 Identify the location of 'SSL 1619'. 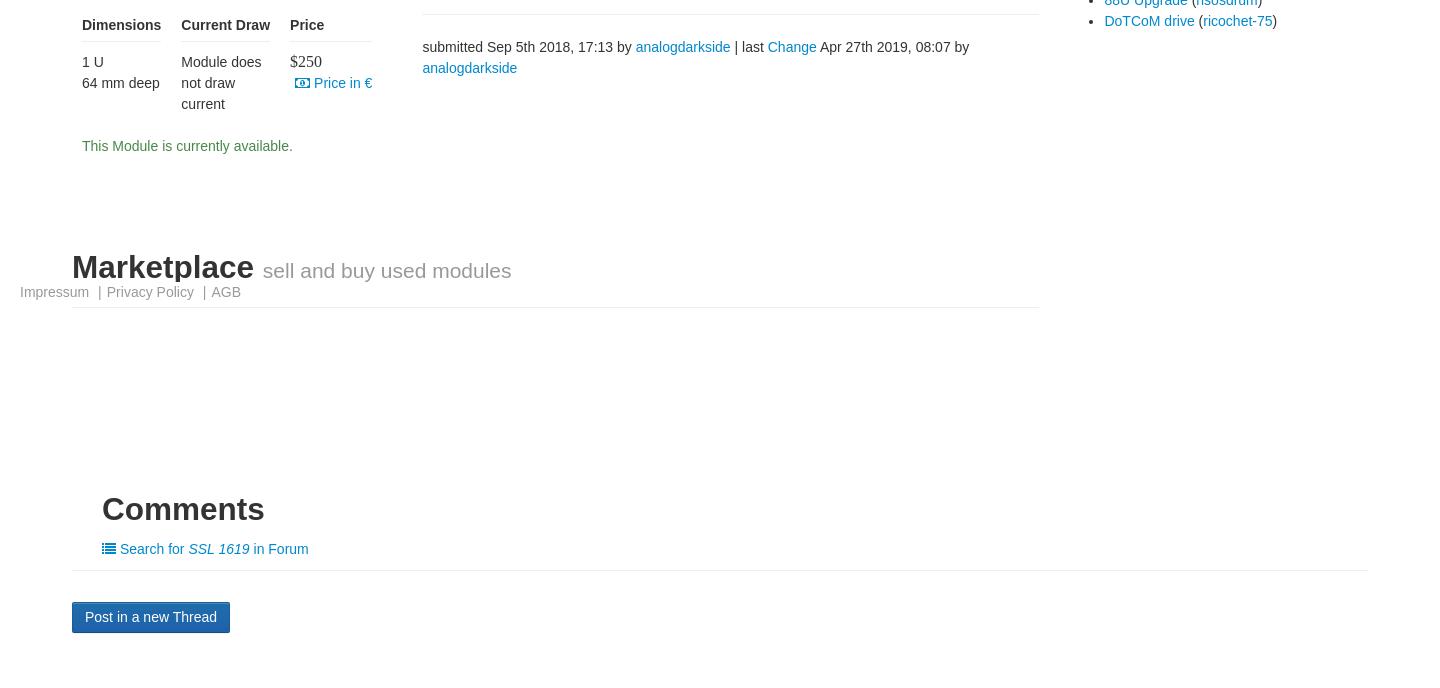
(218, 548).